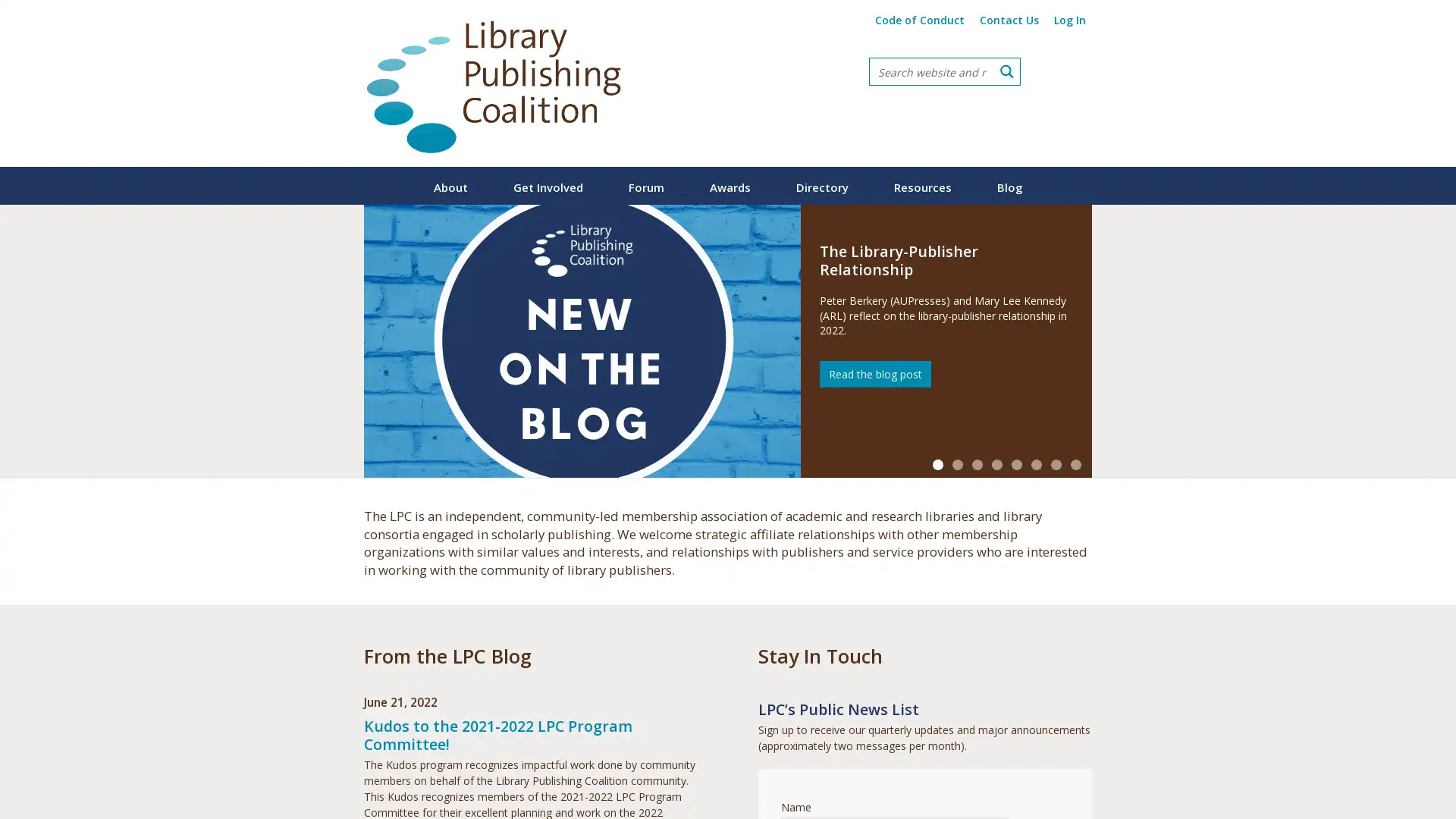 The height and width of the screenshot is (819, 1456). What do you see at coordinates (956, 464) in the screenshot?
I see `Go to slide 2` at bounding box center [956, 464].